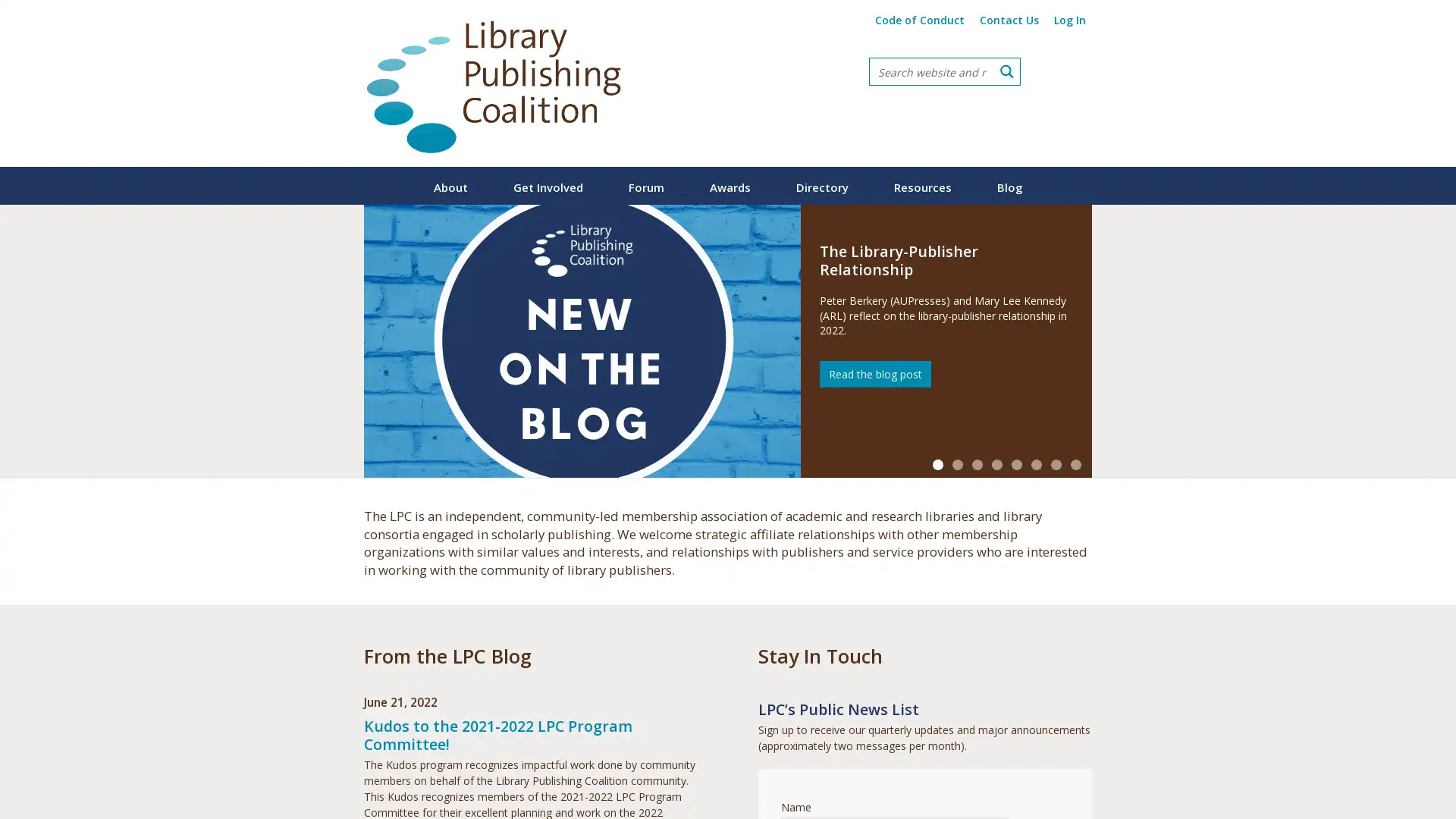 The height and width of the screenshot is (819, 1456). What do you see at coordinates (956, 464) in the screenshot?
I see `Go to slide 2` at bounding box center [956, 464].